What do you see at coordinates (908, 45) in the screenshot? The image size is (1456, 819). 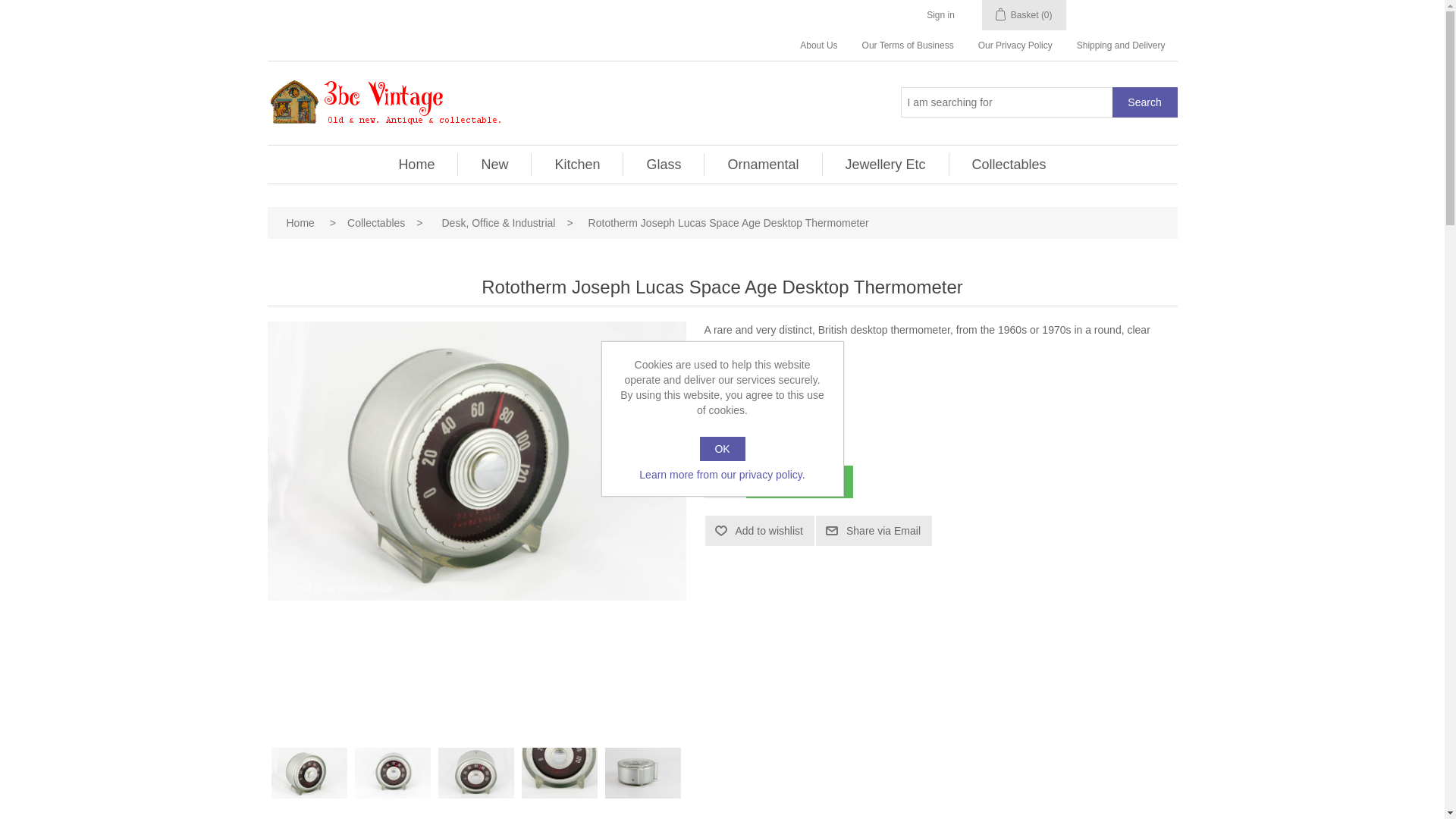 I see `'Our Terms of Business'` at bounding box center [908, 45].